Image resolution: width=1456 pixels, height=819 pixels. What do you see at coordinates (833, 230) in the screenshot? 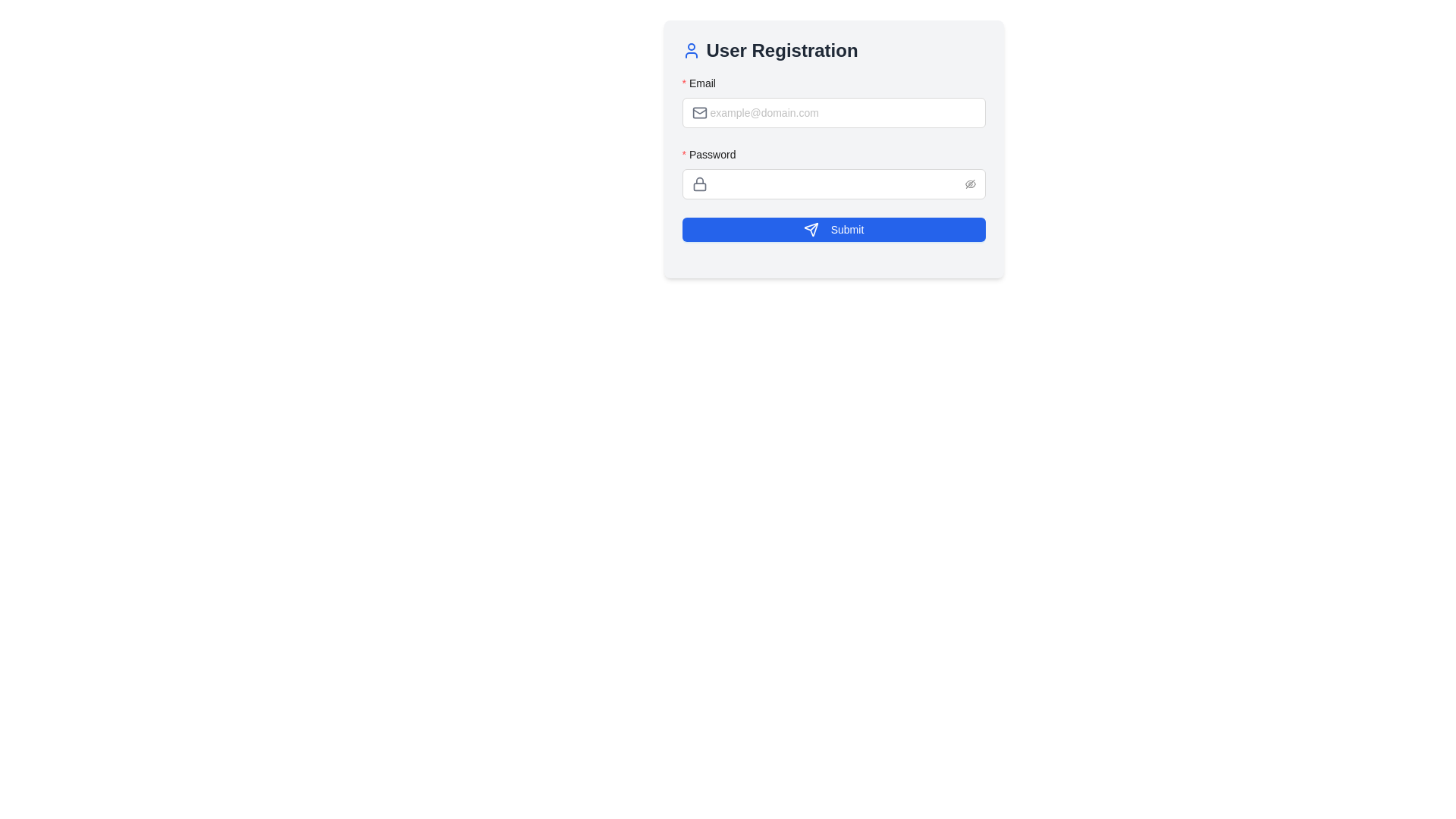
I see `the submission button located at the bottom of the form, which validates and submits the 'Email' and 'Password' fields, using keyboard navigation` at bounding box center [833, 230].